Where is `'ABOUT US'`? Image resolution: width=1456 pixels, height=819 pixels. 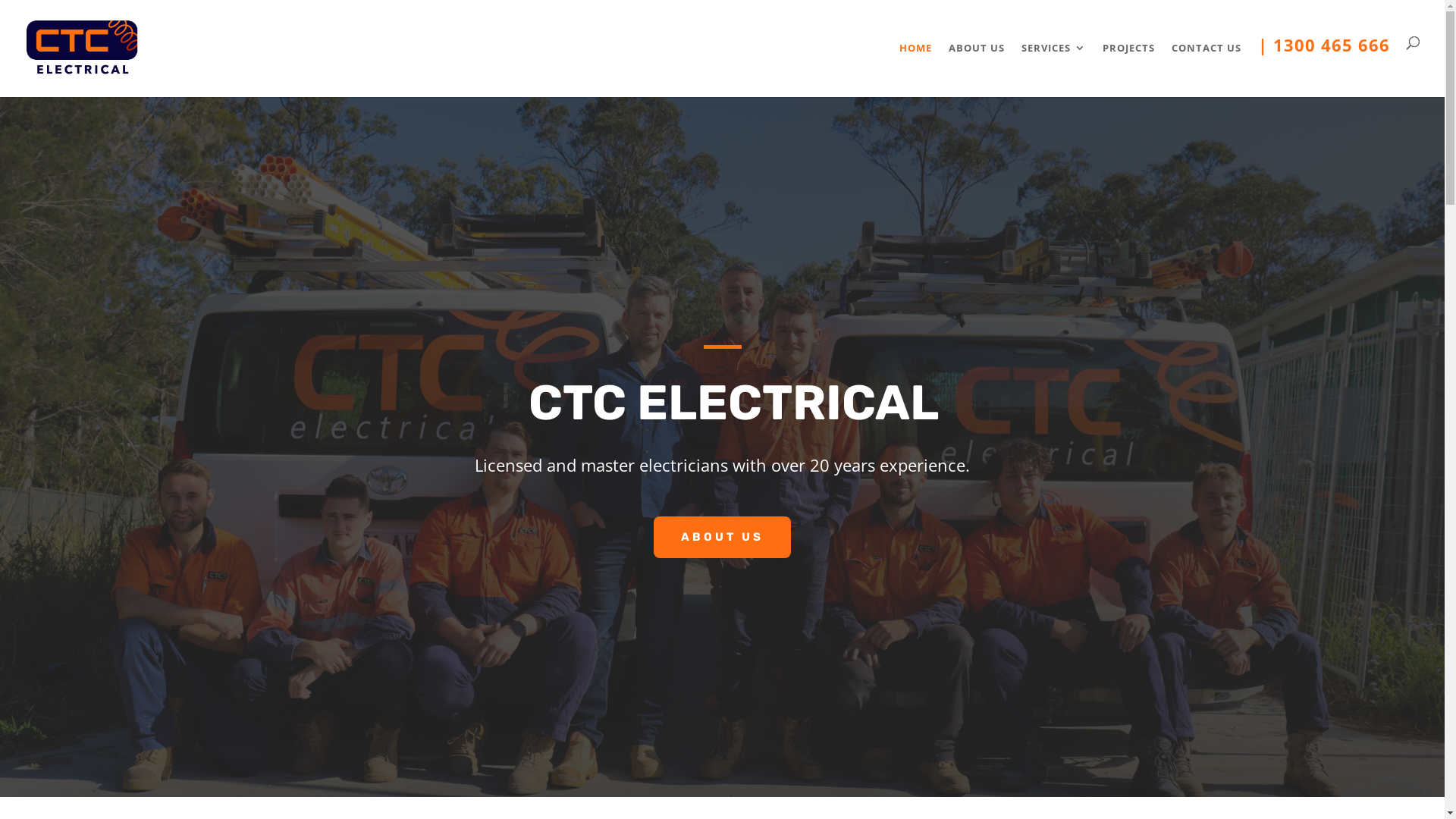 'ABOUT US' is located at coordinates (976, 65).